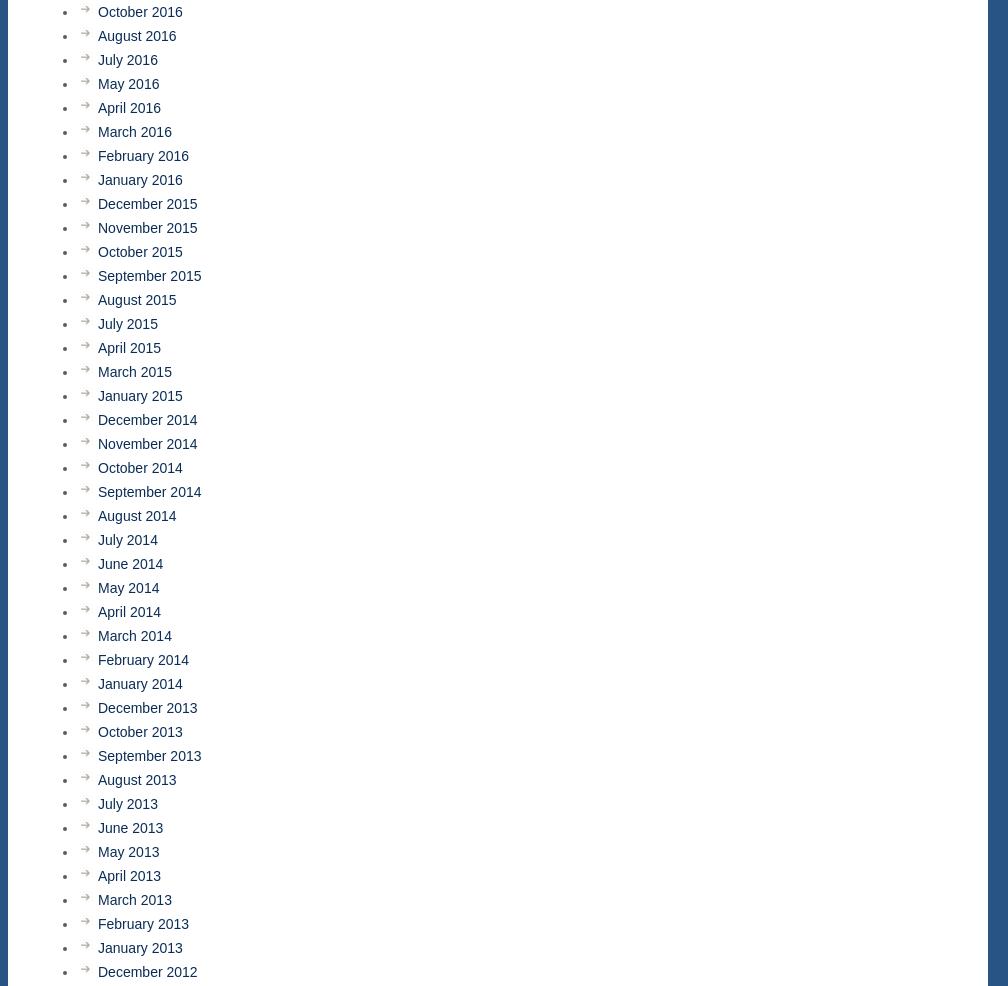  I want to click on 'March 2013', so click(134, 899).